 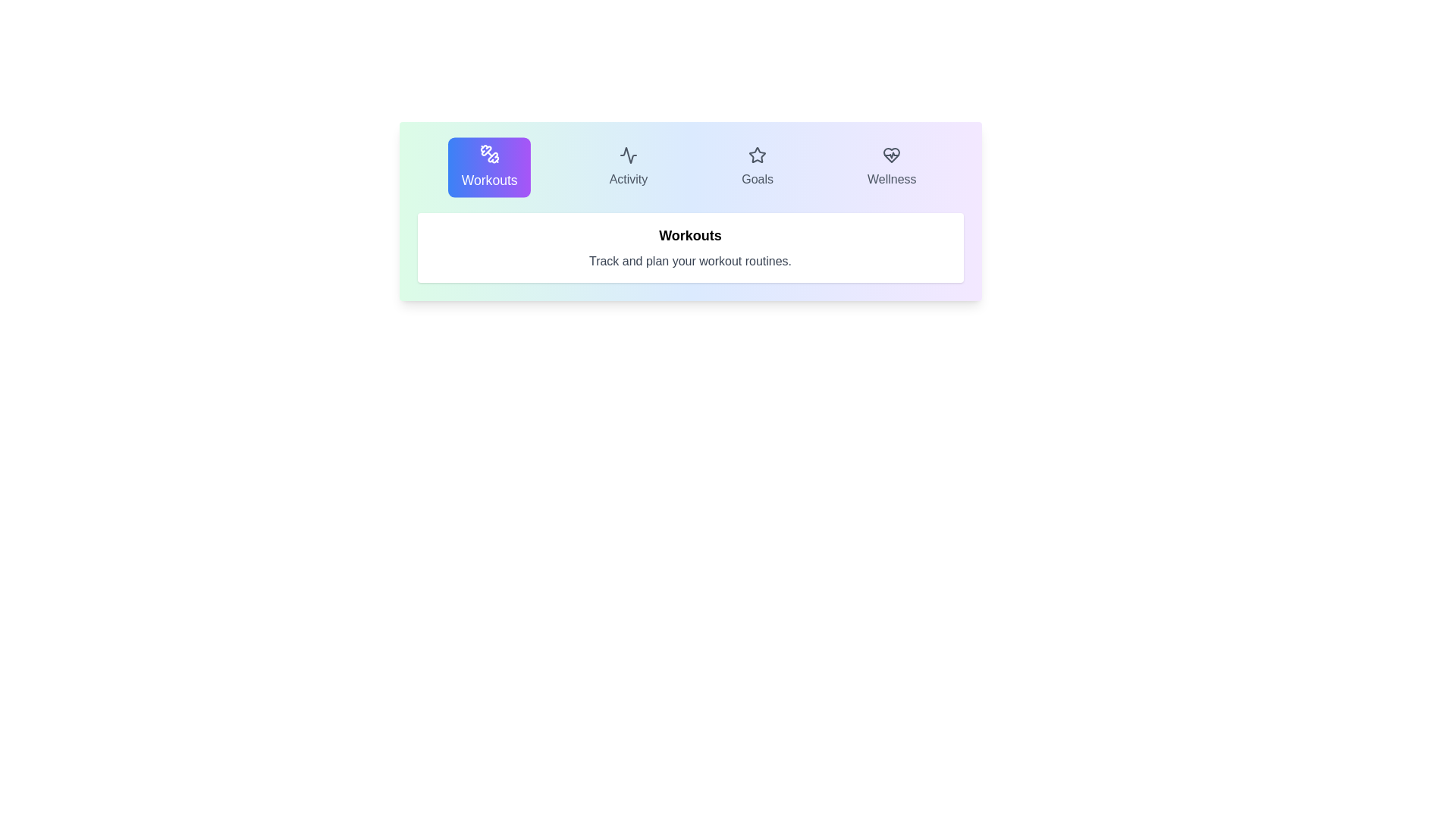 What do you see at coordinates (892, 155) in the screenshot?
I see `the 'Wellness' category icon located at the far-right side of the navigation bar, above the text label reading 'Wellness'` at bounding box center [892, 155].